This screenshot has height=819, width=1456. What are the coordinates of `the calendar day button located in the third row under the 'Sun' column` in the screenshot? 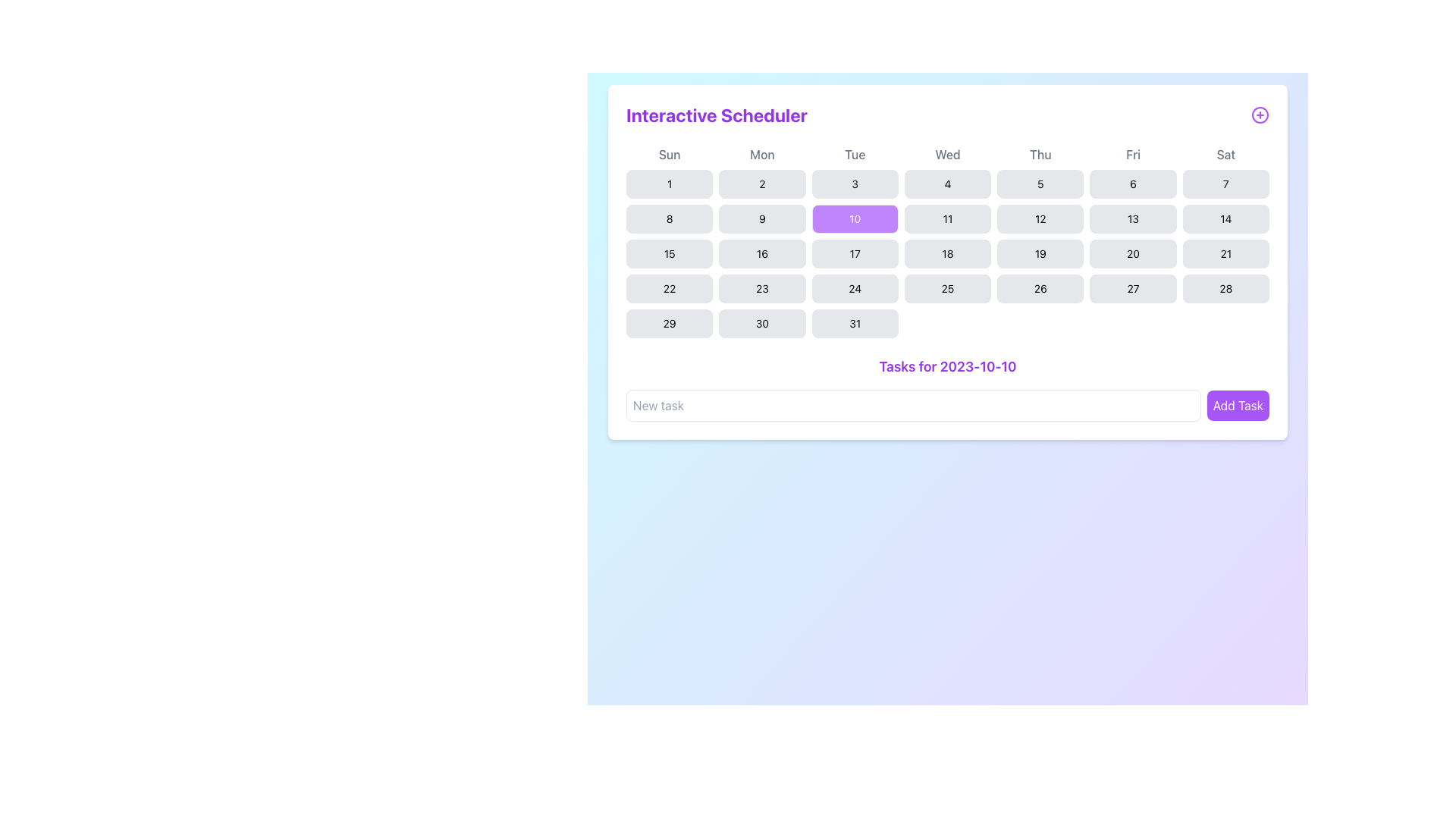 It's located at (669, 253).